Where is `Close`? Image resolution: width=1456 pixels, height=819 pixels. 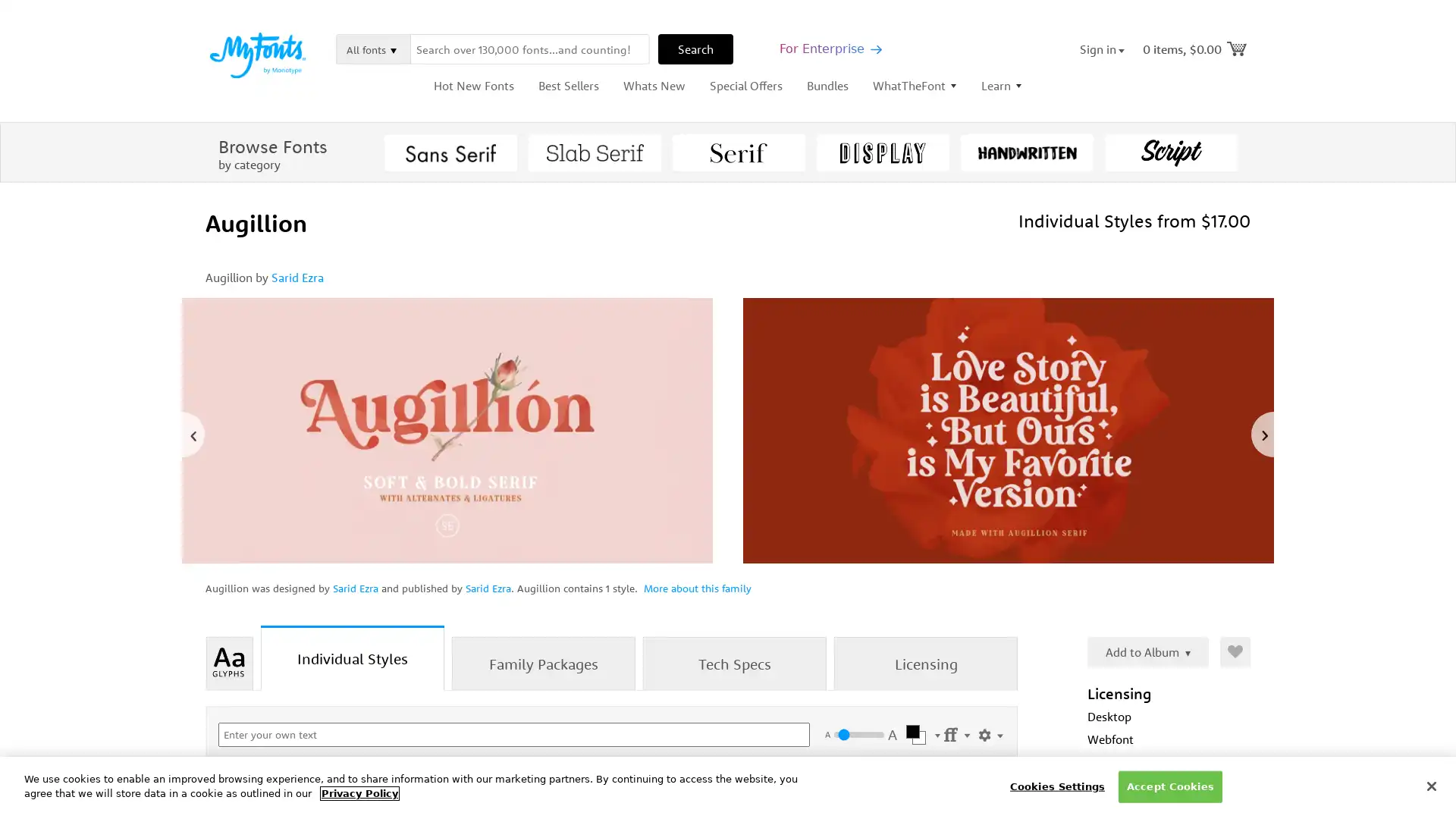
Close is located at coordinates (1430, 785).